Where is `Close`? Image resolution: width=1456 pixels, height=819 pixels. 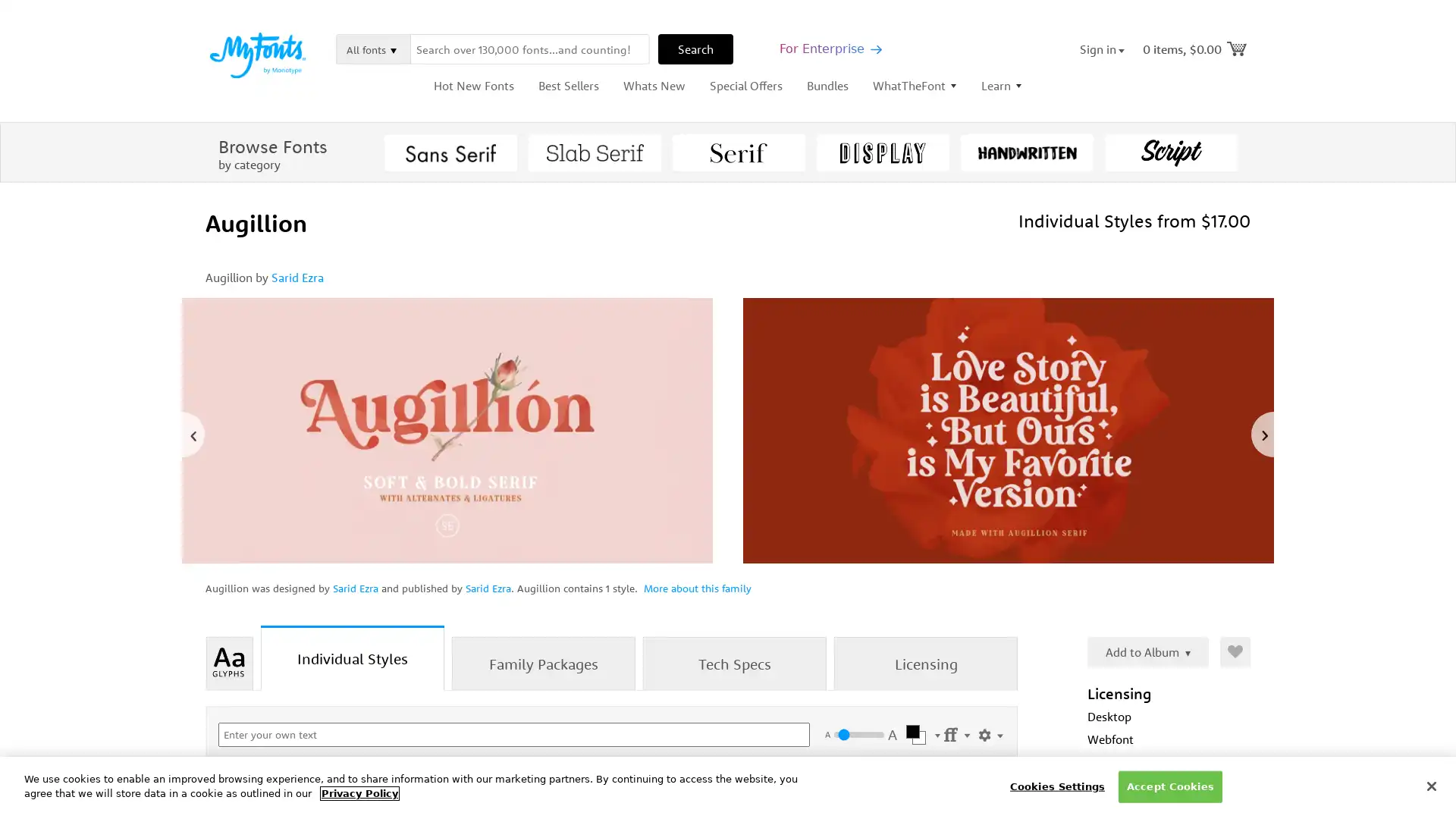
Close is located at coordinates (1430, 785).